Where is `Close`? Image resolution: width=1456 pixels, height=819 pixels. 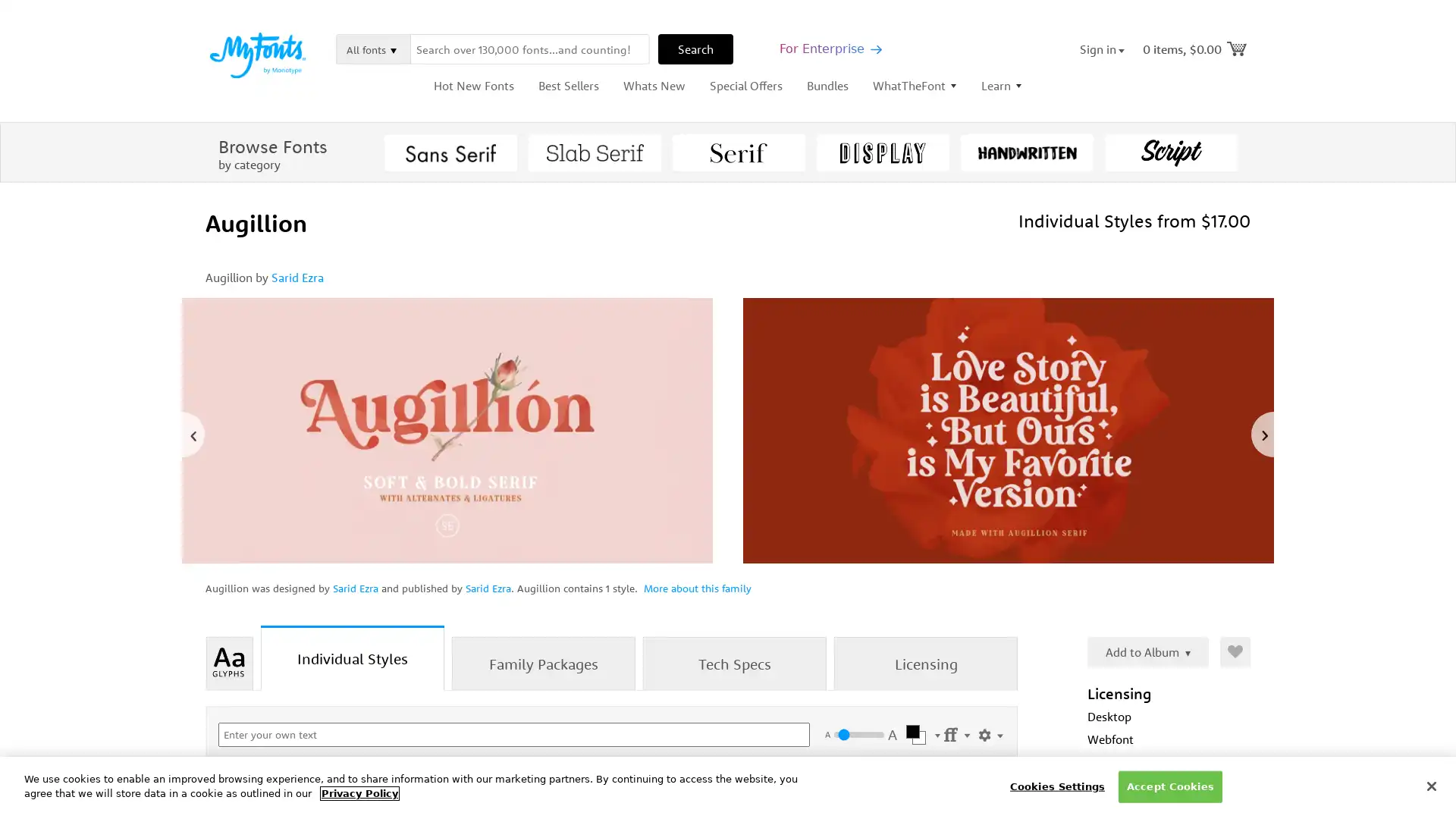
Close is located at coordinates (1430, 785).